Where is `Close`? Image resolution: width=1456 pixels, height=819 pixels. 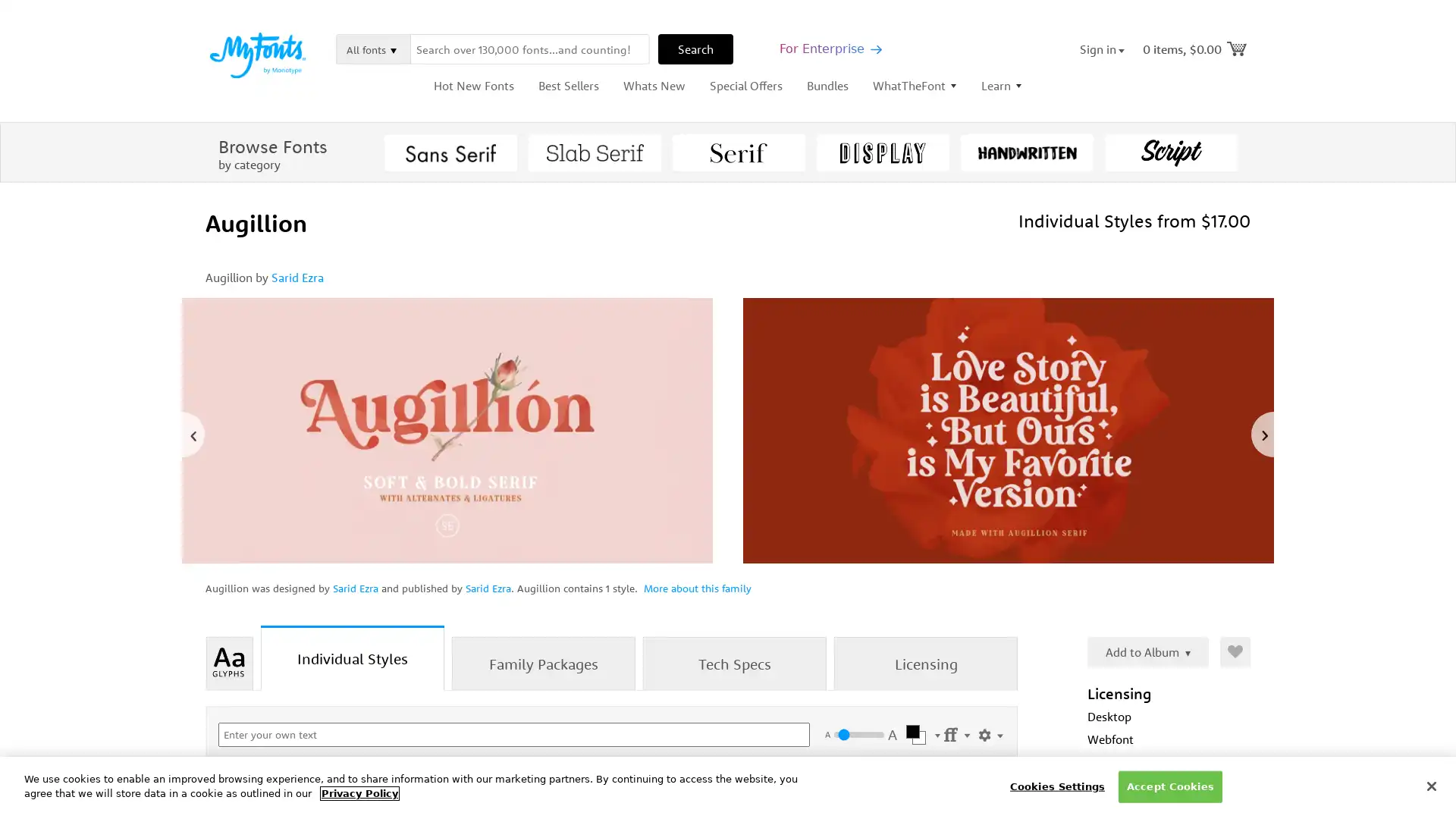
Close is located at coordinates (1430, 785).